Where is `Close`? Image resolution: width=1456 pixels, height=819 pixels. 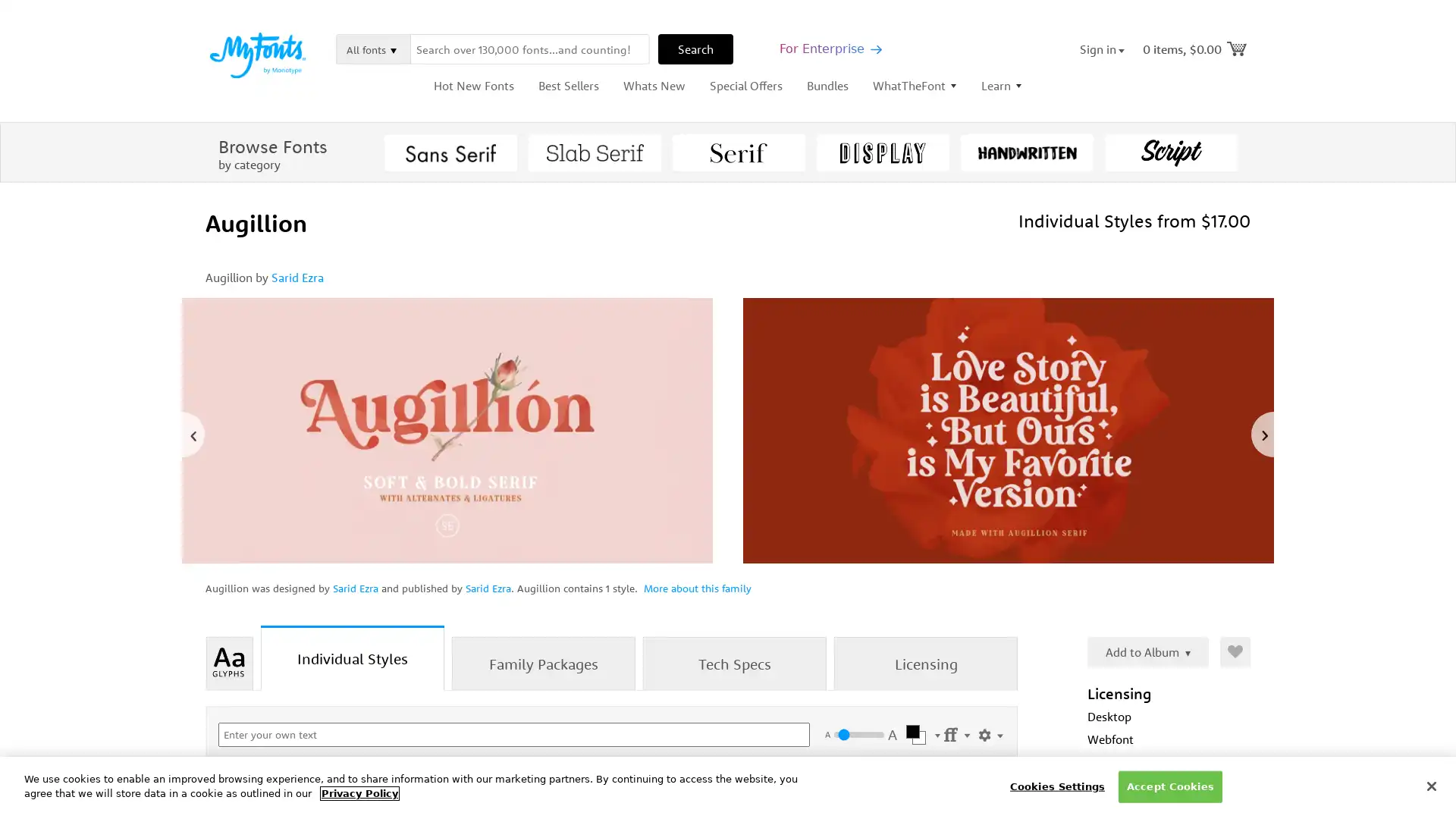
Close is located at coordinates (1430, 785).